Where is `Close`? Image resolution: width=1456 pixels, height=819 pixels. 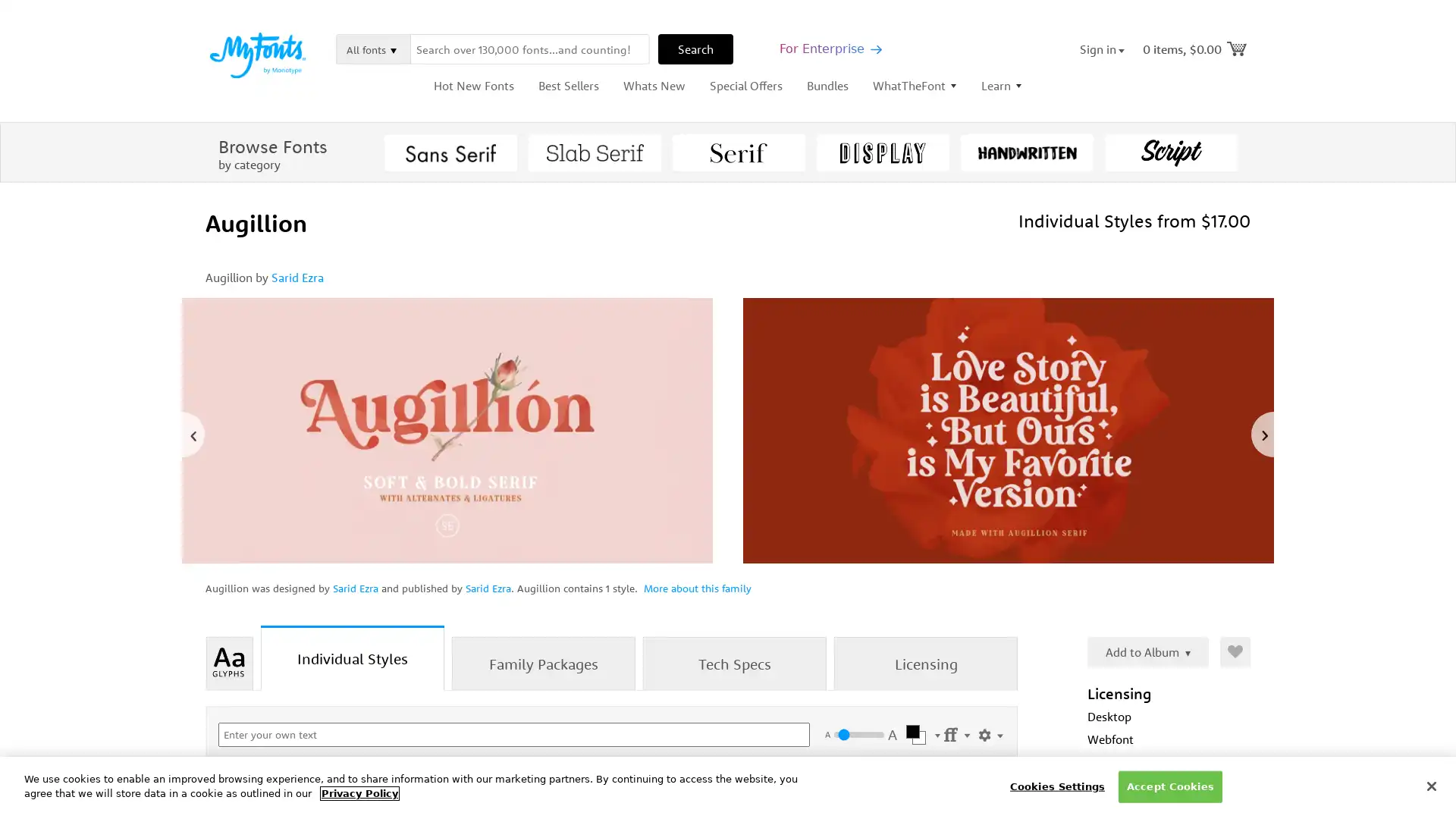
Close is located at coordinates (1430, 785).